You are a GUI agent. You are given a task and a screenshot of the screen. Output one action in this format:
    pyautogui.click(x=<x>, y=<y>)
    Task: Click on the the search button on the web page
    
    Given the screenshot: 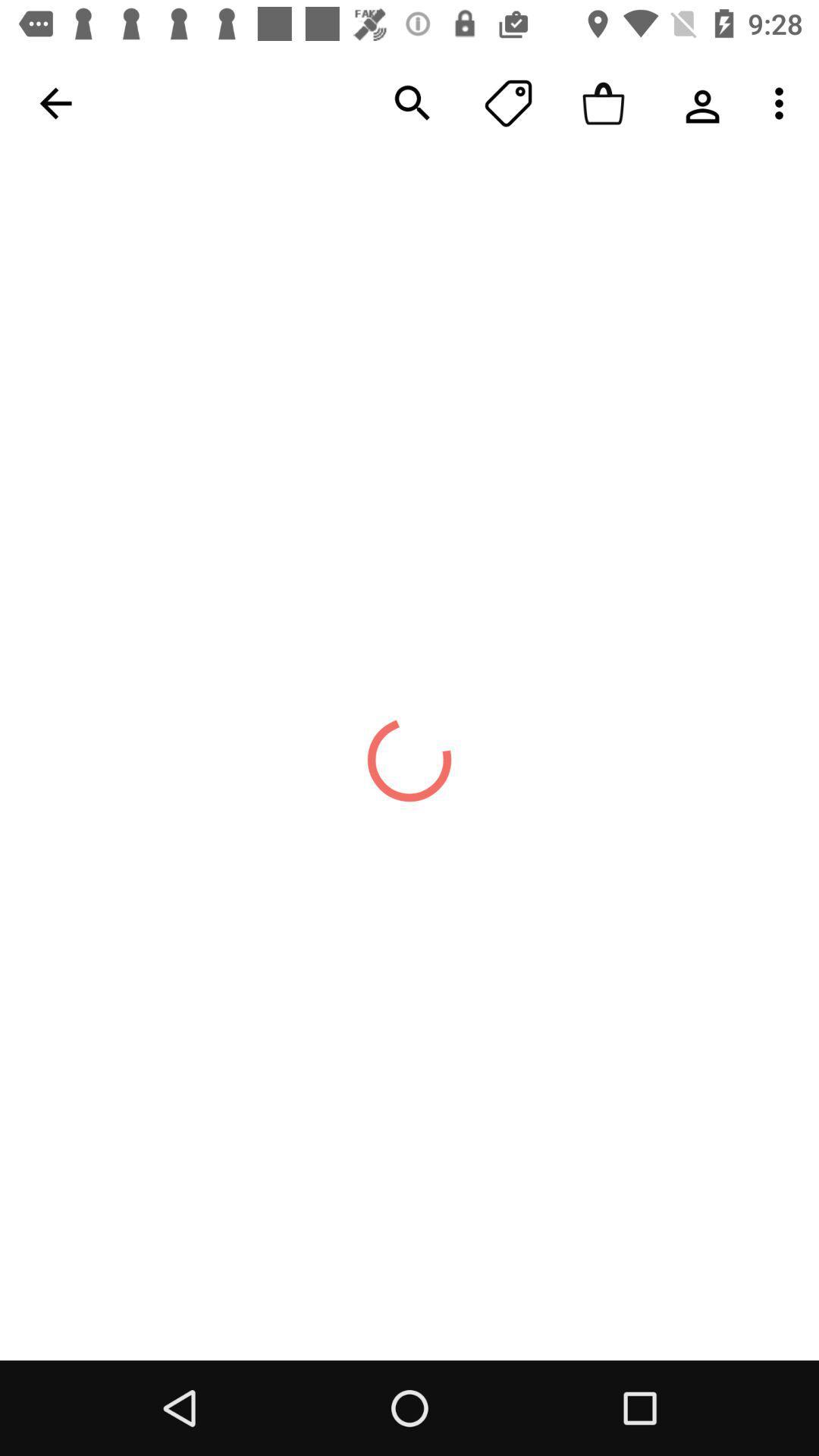 What is the action you would take?
    pyautogui.click(x=413, y=103)
    